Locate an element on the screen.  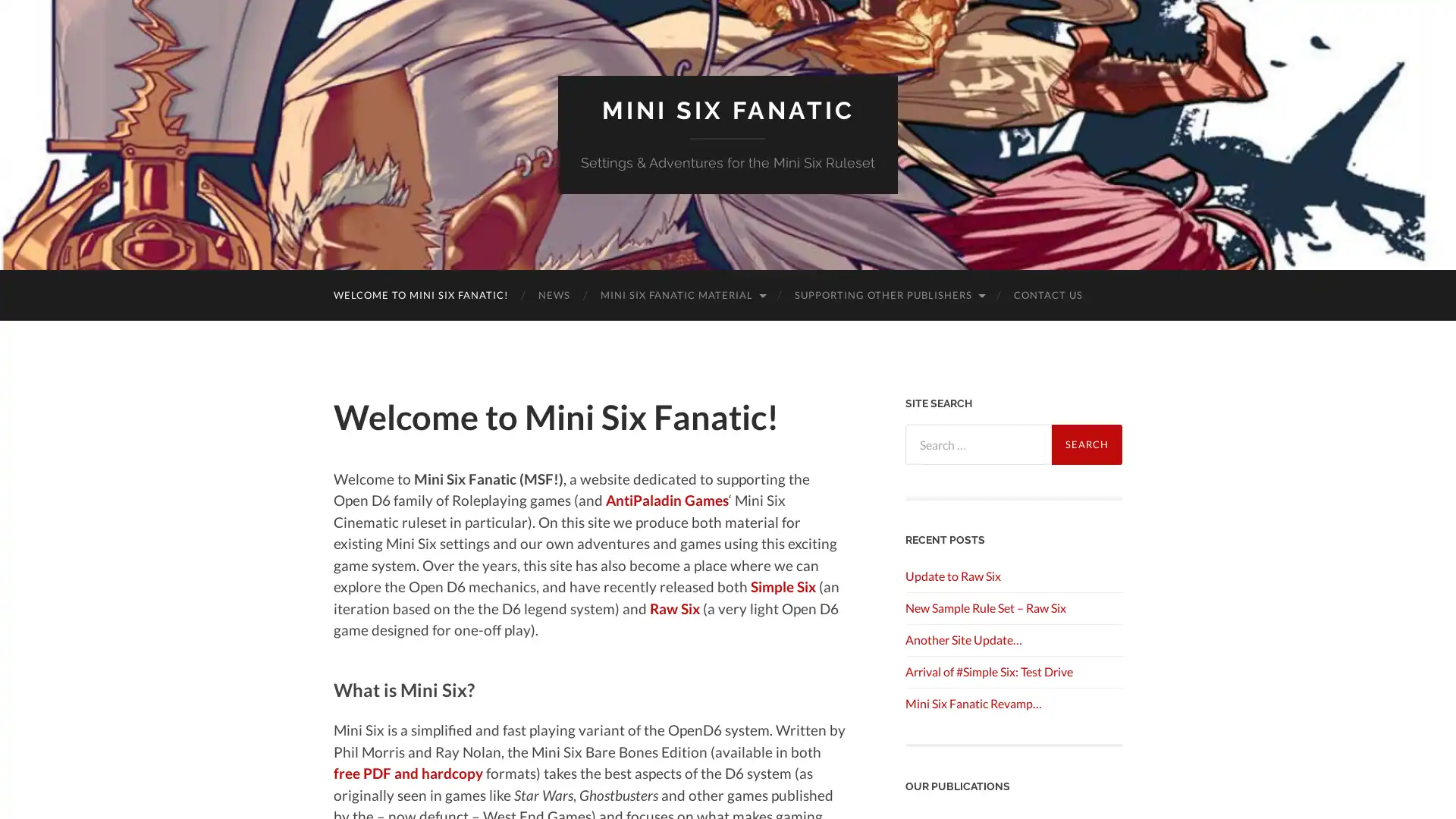
Search is located at coordinates (1086, 444).